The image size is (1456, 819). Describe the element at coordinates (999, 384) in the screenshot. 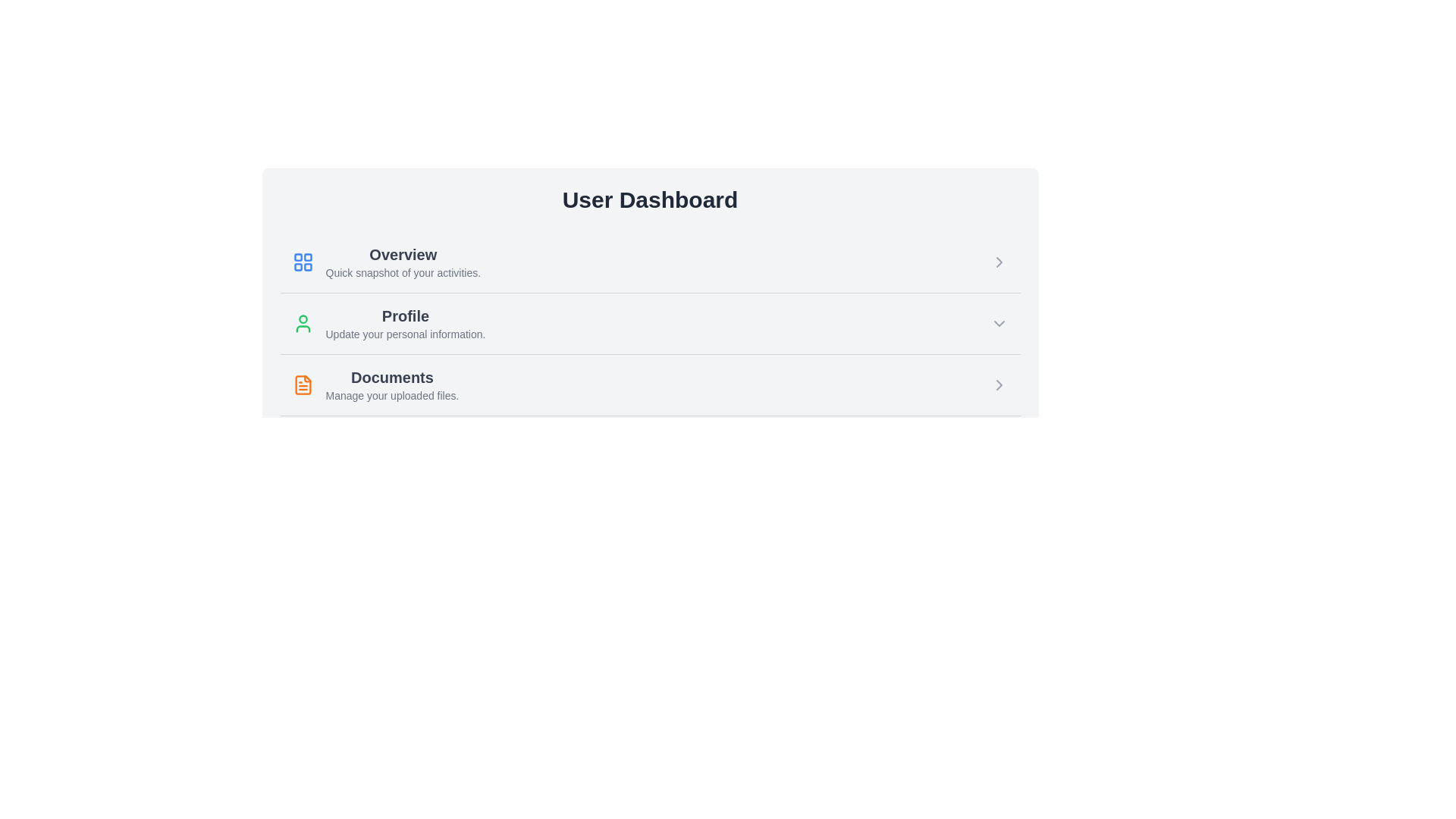

I see `the right-facing chevron arrow icon at the end of the 'Documents' row in the user dashboard interface` at that location.